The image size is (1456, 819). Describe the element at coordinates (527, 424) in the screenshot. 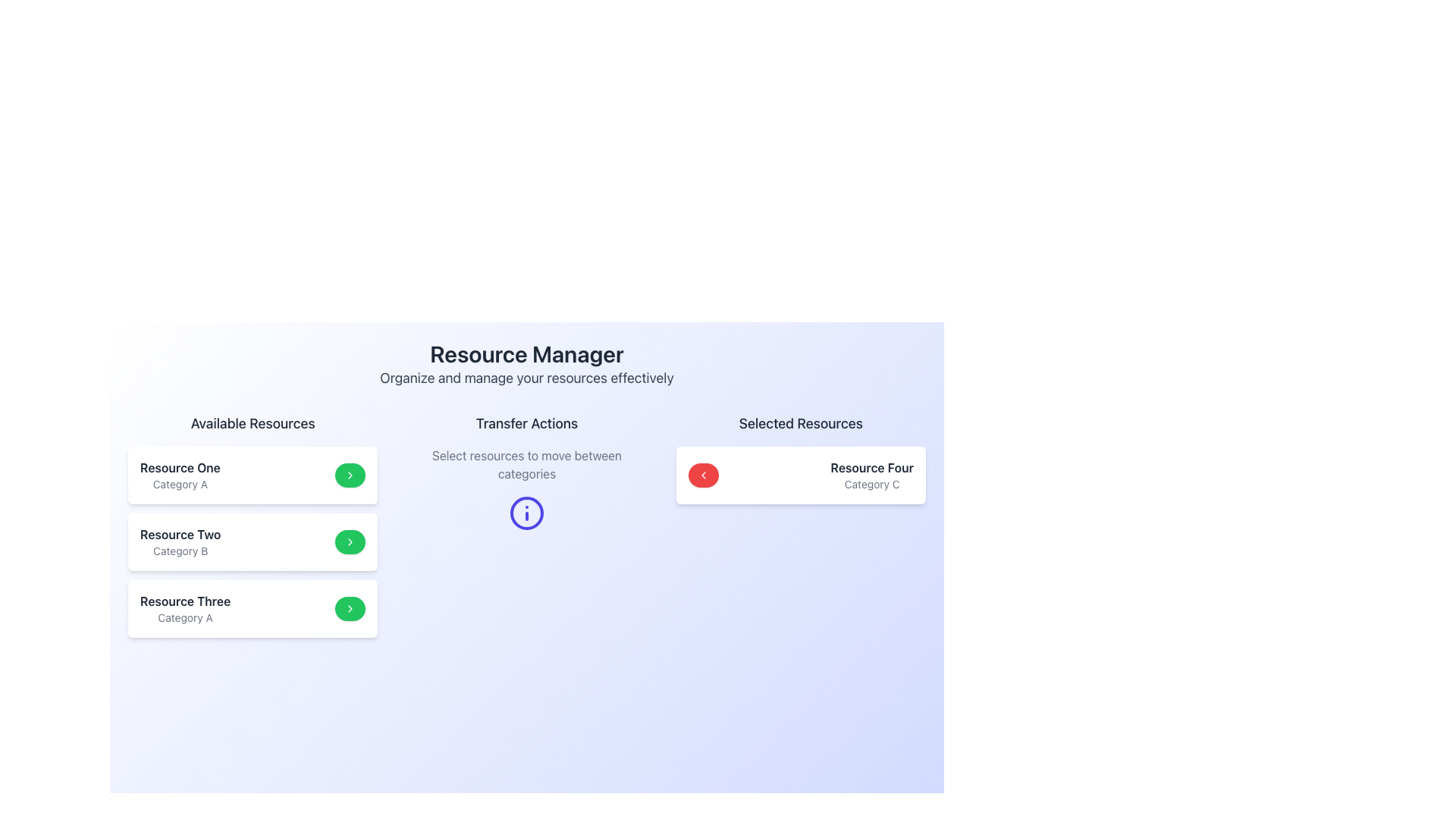

I see `the static text label reading 'Transfer Actions', which is styled with a larger font size and dark gray color, located in the center of the user interface above the informational description` at that location.